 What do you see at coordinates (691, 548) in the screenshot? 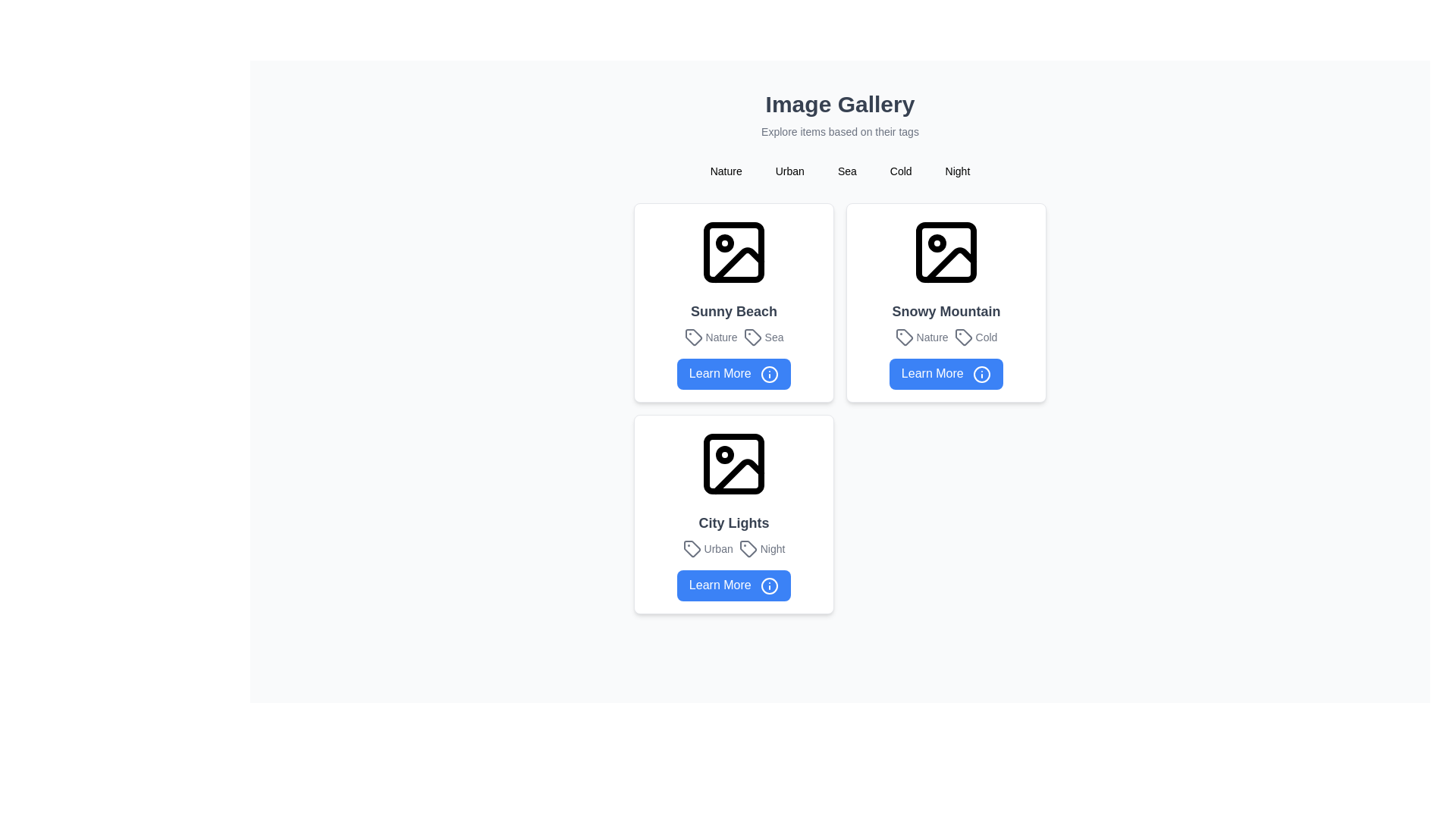
I see `the icon resembling a tag, which is part of the 'City Lights' card in the third row, located to the left of the text 'Urban'` at bounding box center [691, 548].